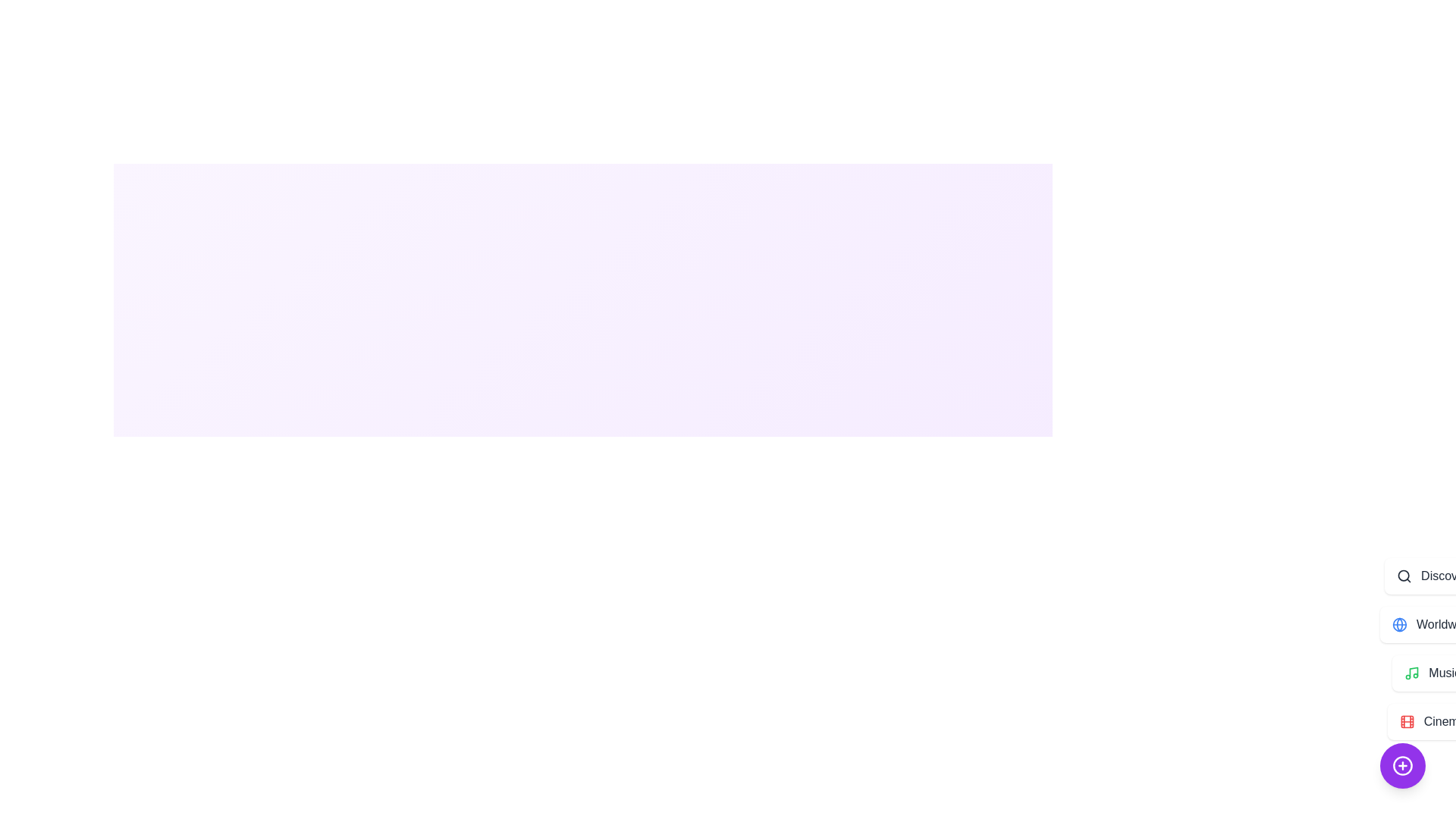  What do you see at coordinates (1432, 576) in the screenshot?
I see `the 'Discover' button in the menu` at bounding box center [1432, 576].